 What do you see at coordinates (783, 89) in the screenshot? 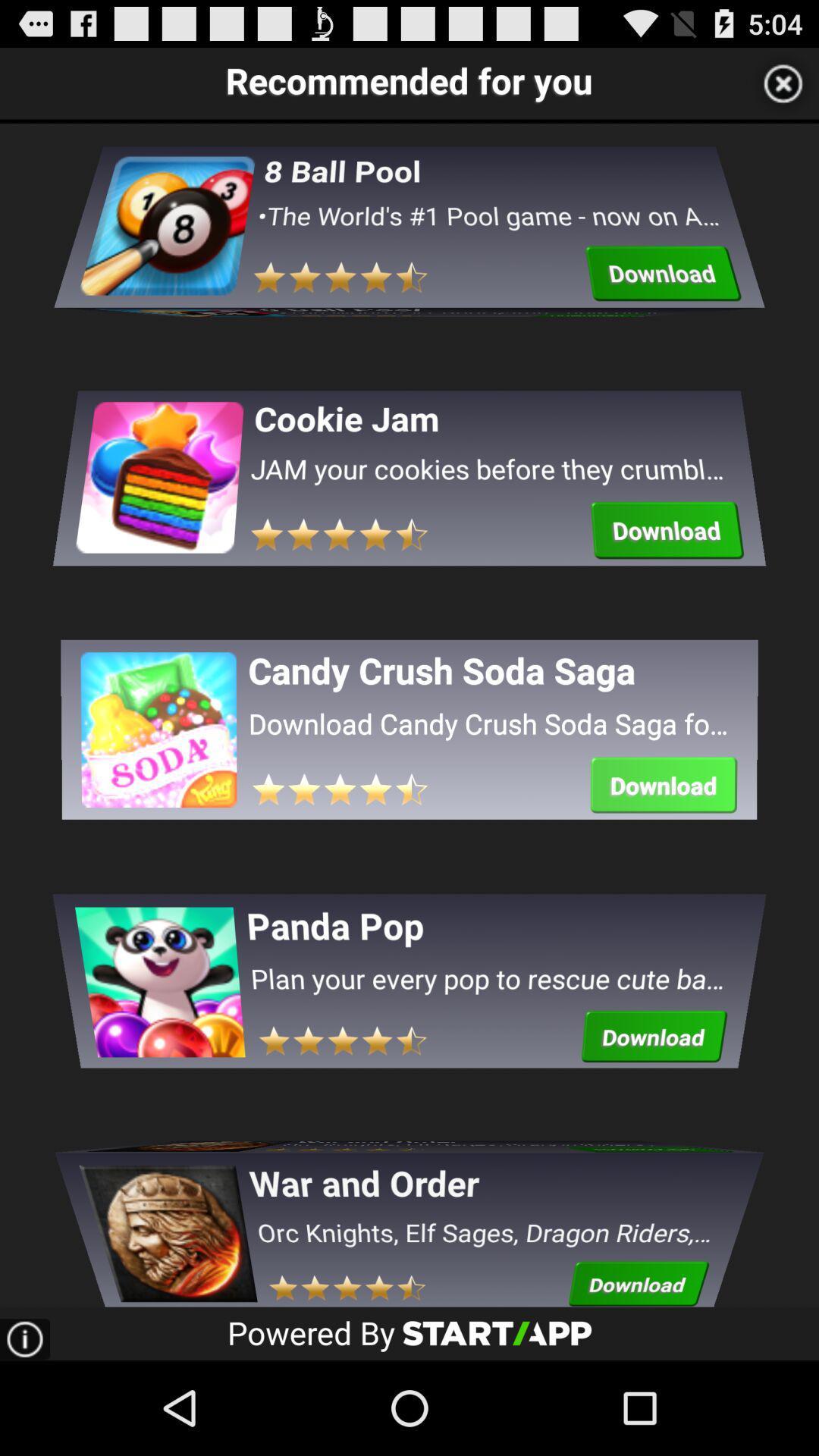
I see `the close icon` at bounding box center [783, 89].